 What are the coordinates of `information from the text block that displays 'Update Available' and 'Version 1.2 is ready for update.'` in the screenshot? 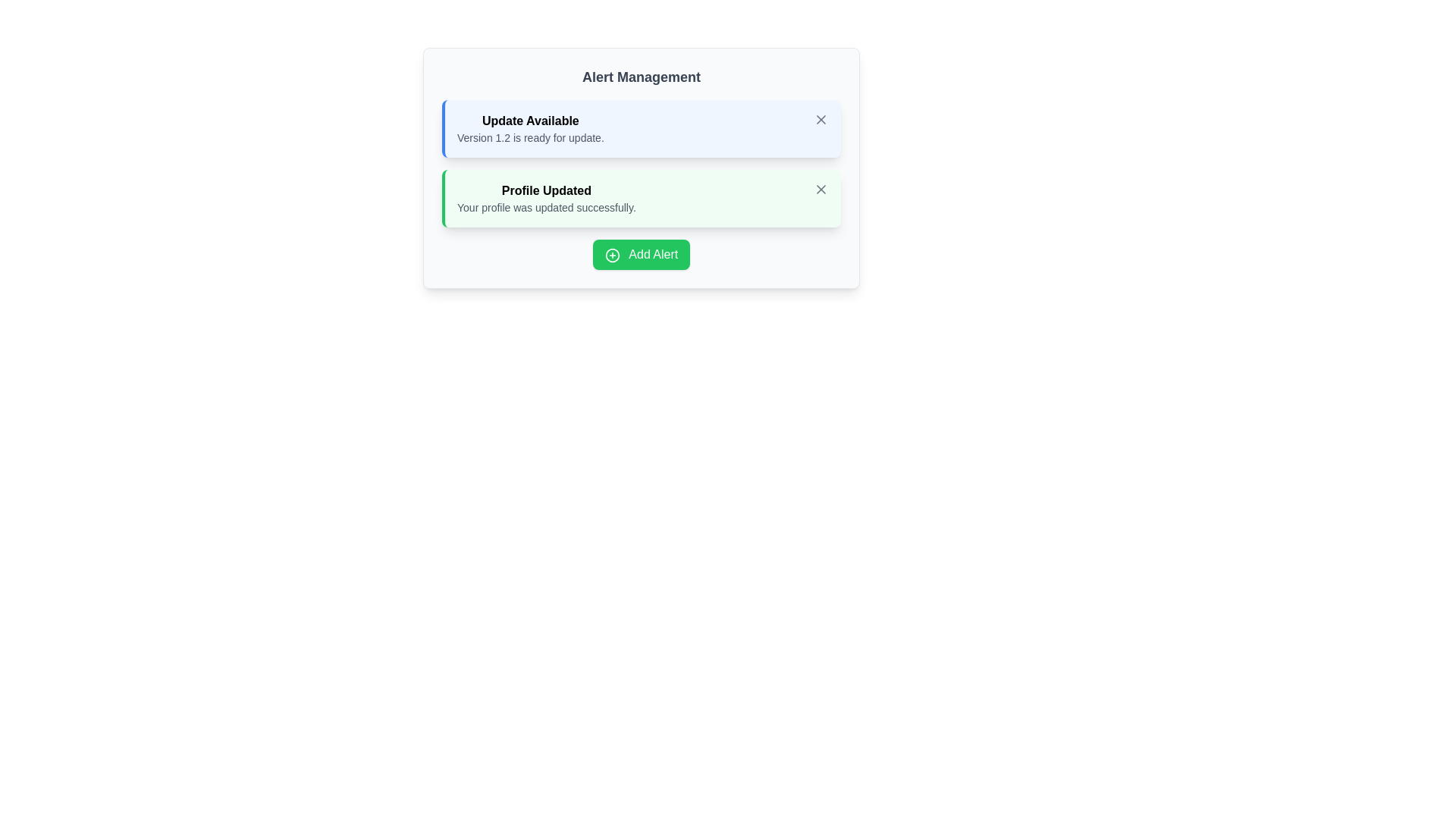 It's located at (530, 127).